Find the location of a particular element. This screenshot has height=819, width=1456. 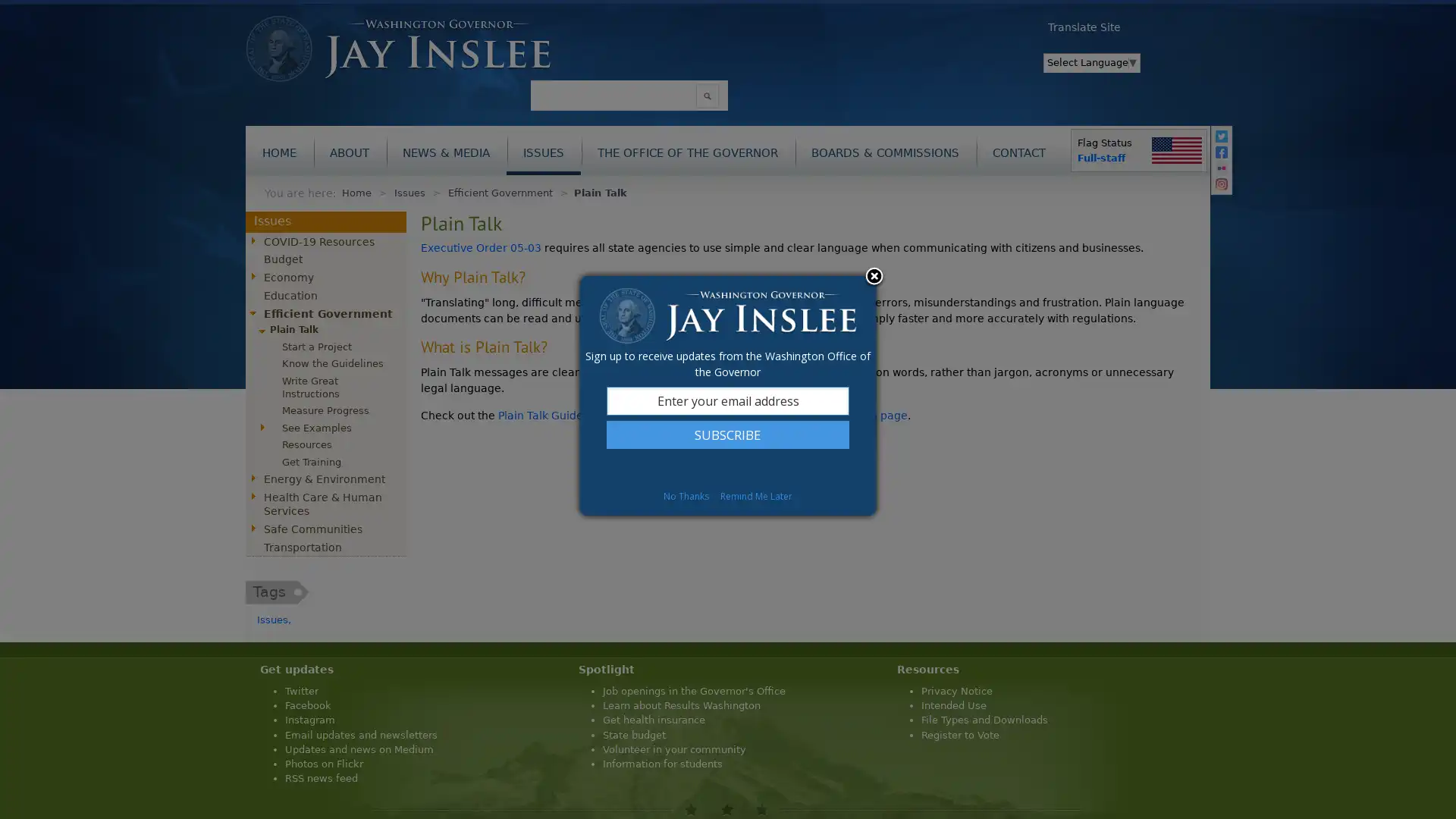

Subscribe is located at coordinates (728, 435).